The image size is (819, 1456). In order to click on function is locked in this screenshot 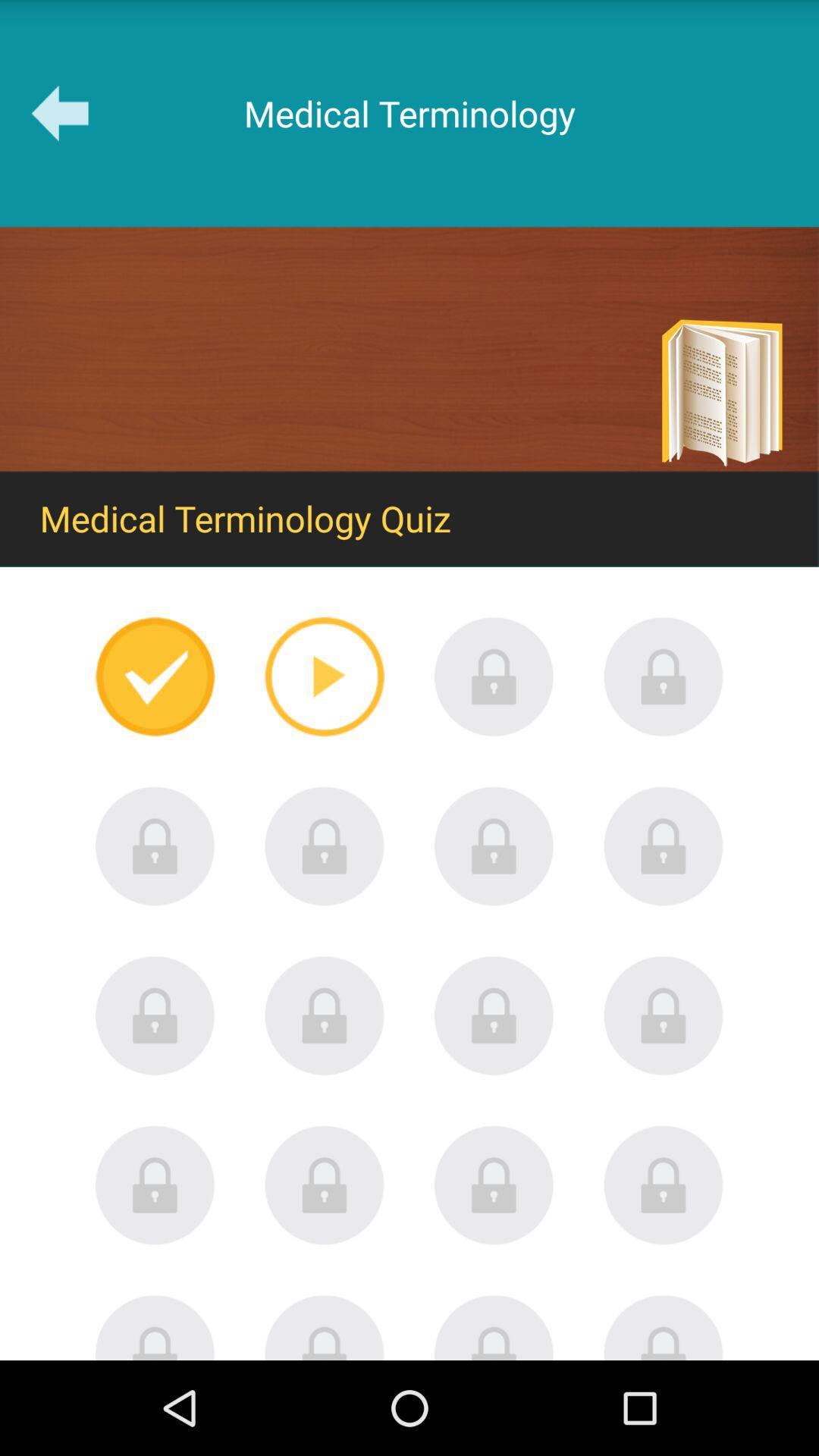, I will do `click(324, 846)`.